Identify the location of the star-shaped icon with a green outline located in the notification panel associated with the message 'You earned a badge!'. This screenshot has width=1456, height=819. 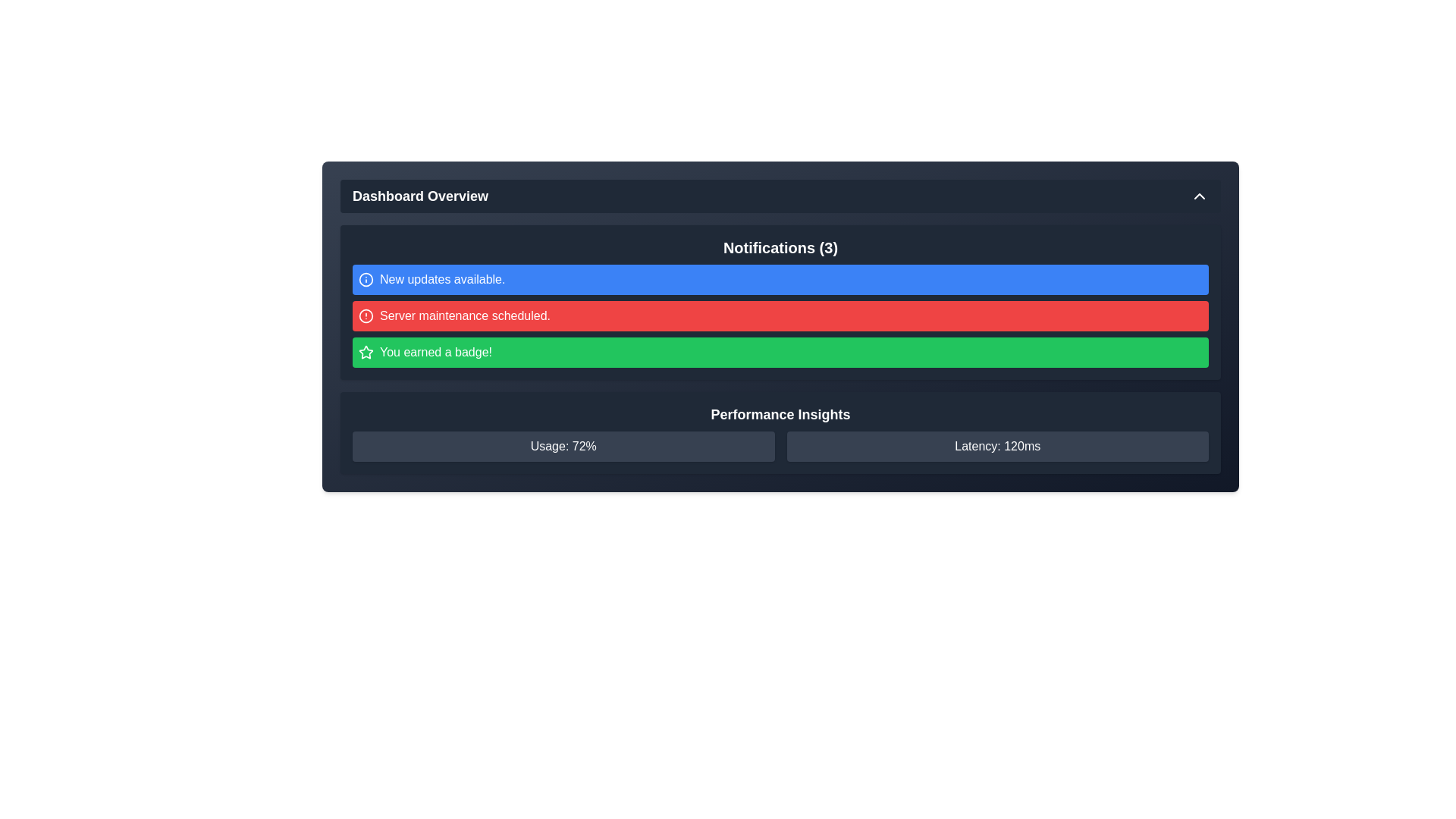
(366, 352).